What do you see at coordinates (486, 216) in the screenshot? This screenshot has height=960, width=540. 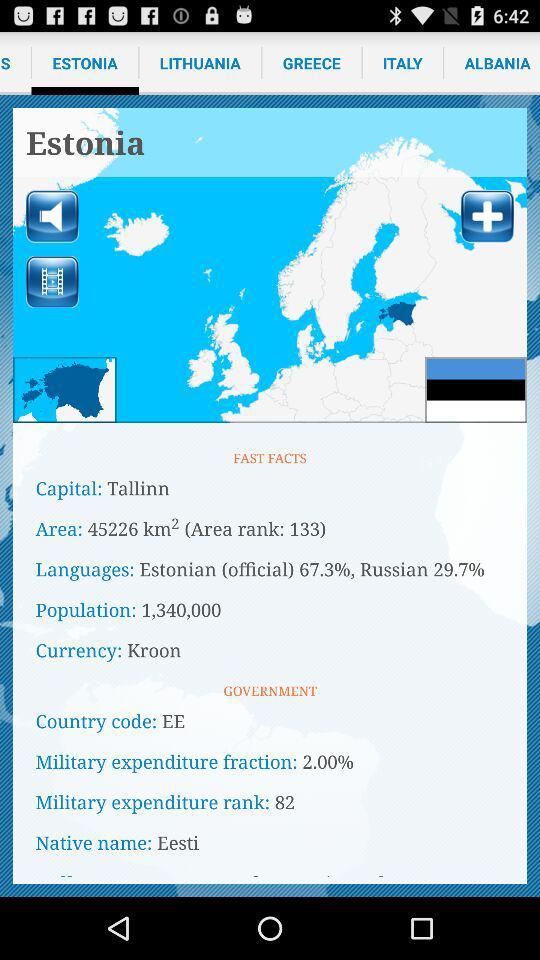 I see `more information` at bounding box center [486, 216].